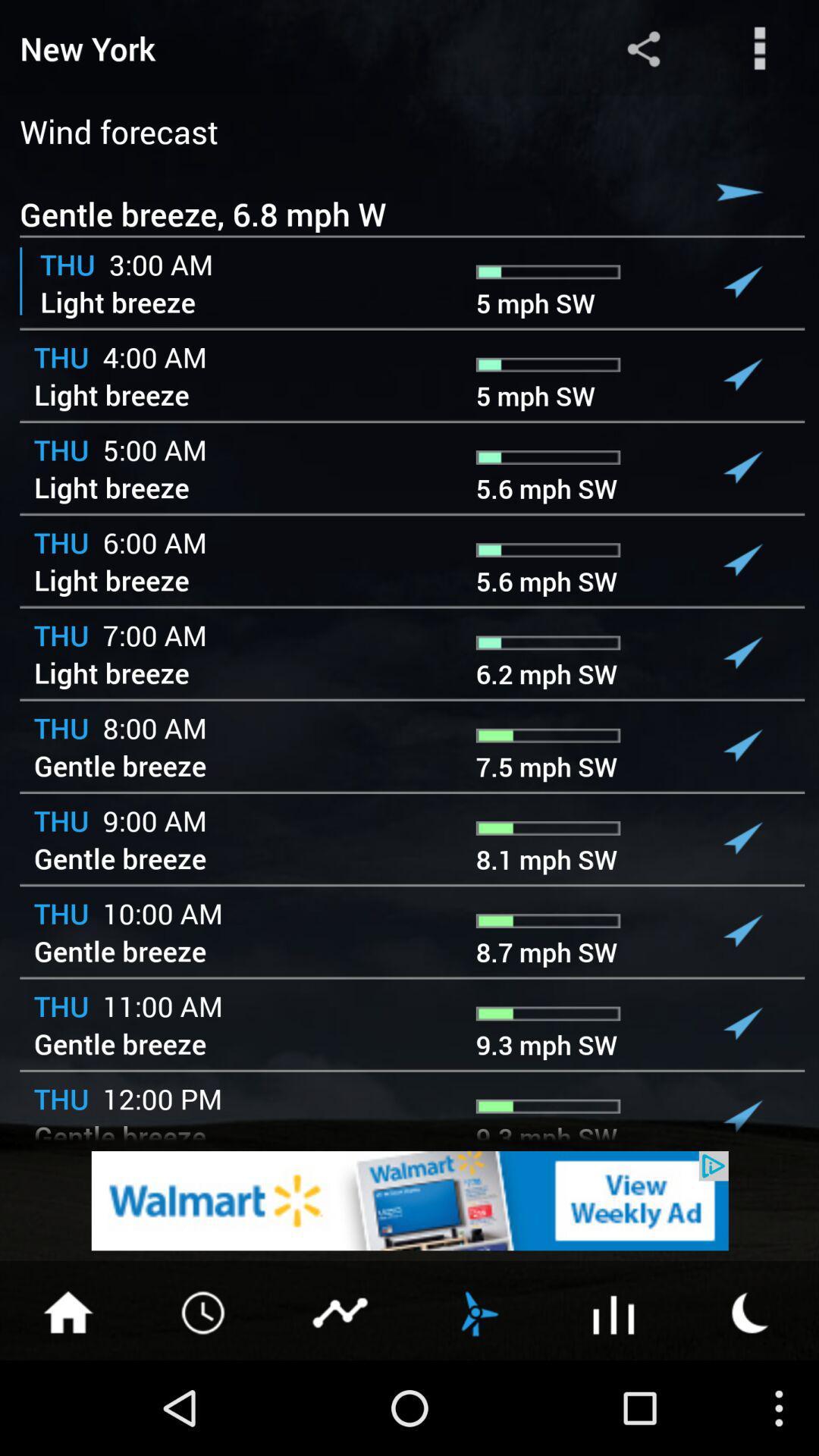 This screenshot has width=819, height=1456. I want to click on the more icon, so click(760, 52).